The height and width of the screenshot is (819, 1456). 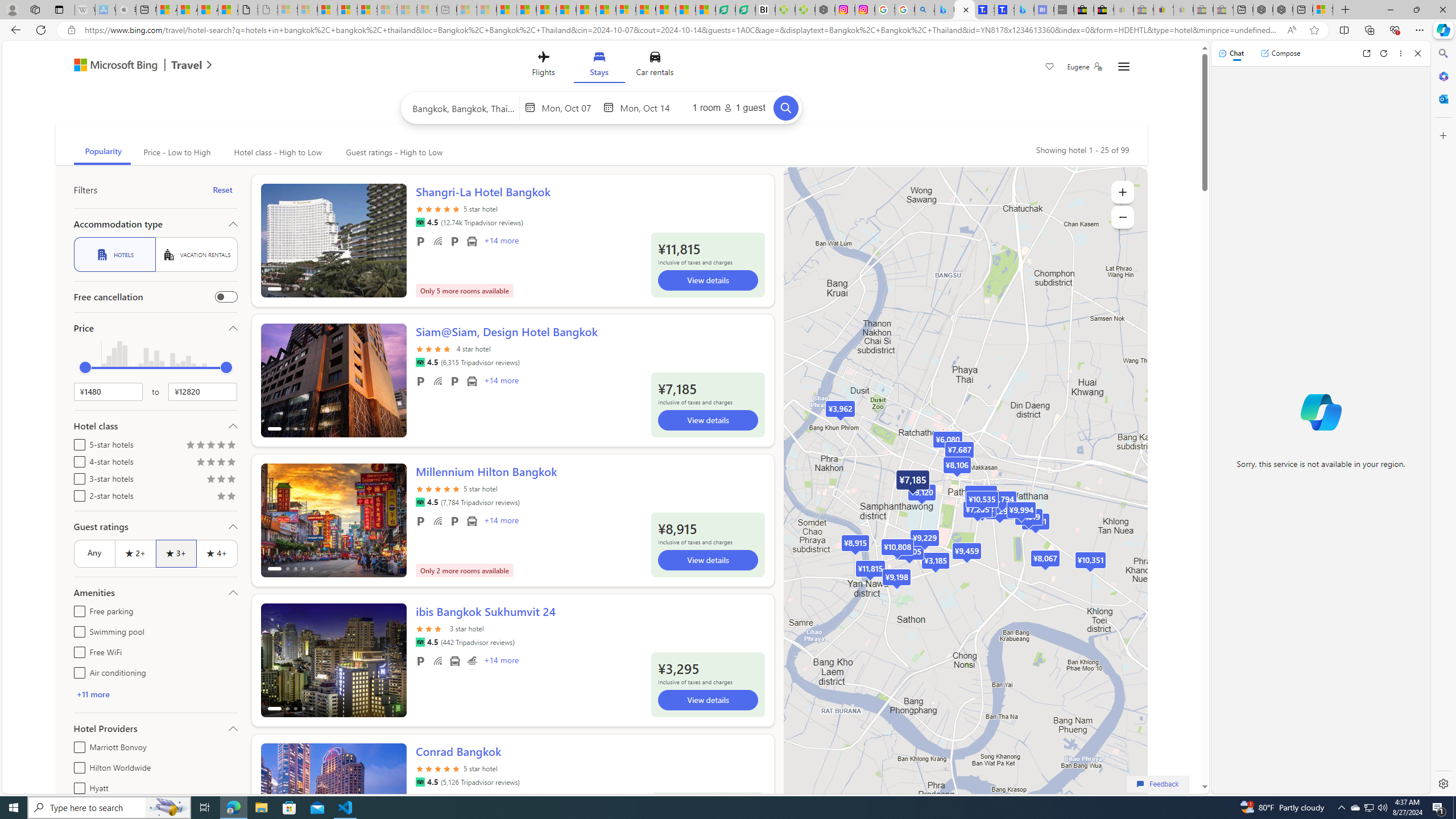 I want to click on 'HOTELS', so click(x=113, y=254).